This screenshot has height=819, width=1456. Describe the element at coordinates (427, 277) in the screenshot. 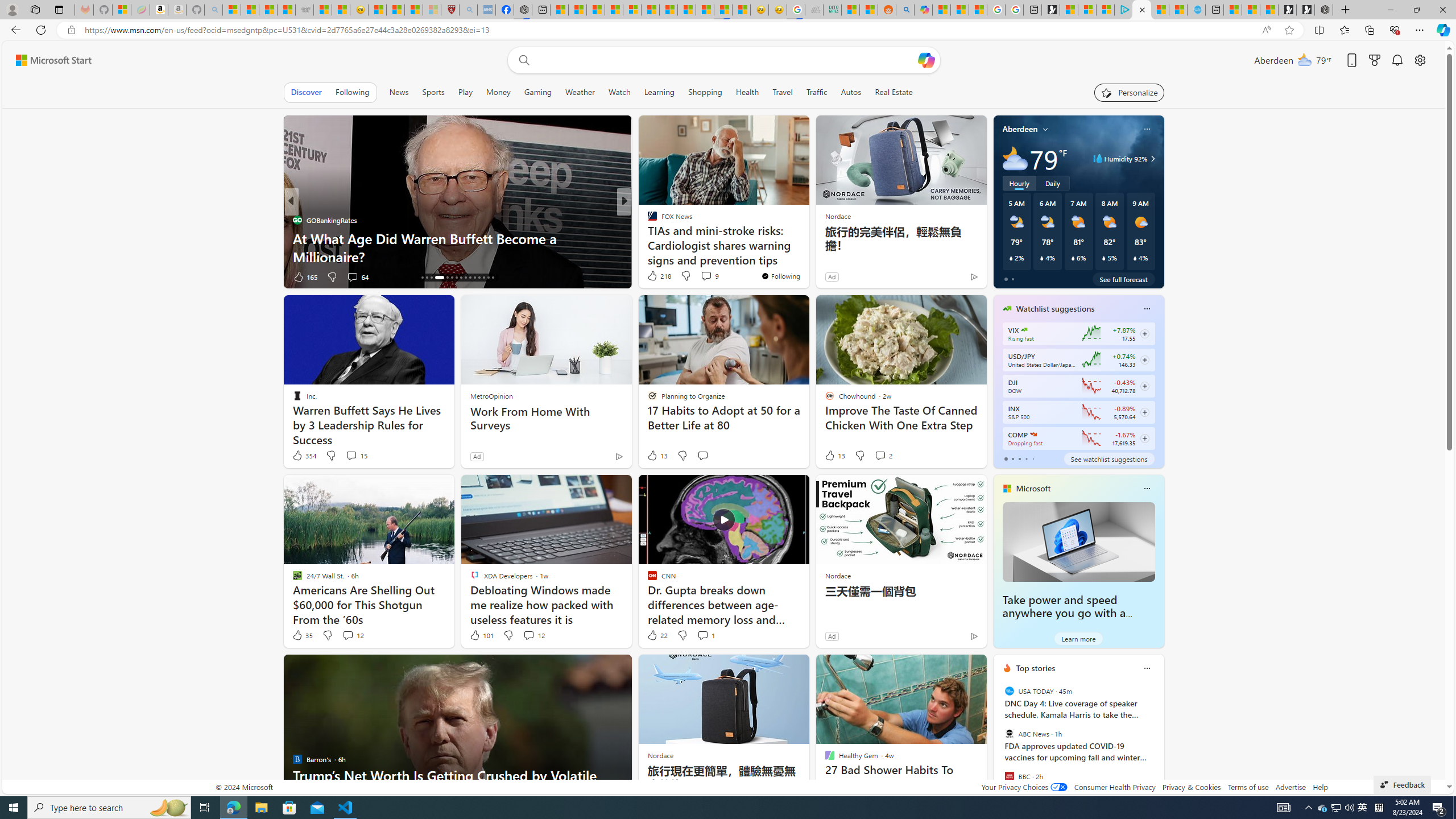

I see `'AutomationID: tab-17'` at that location.